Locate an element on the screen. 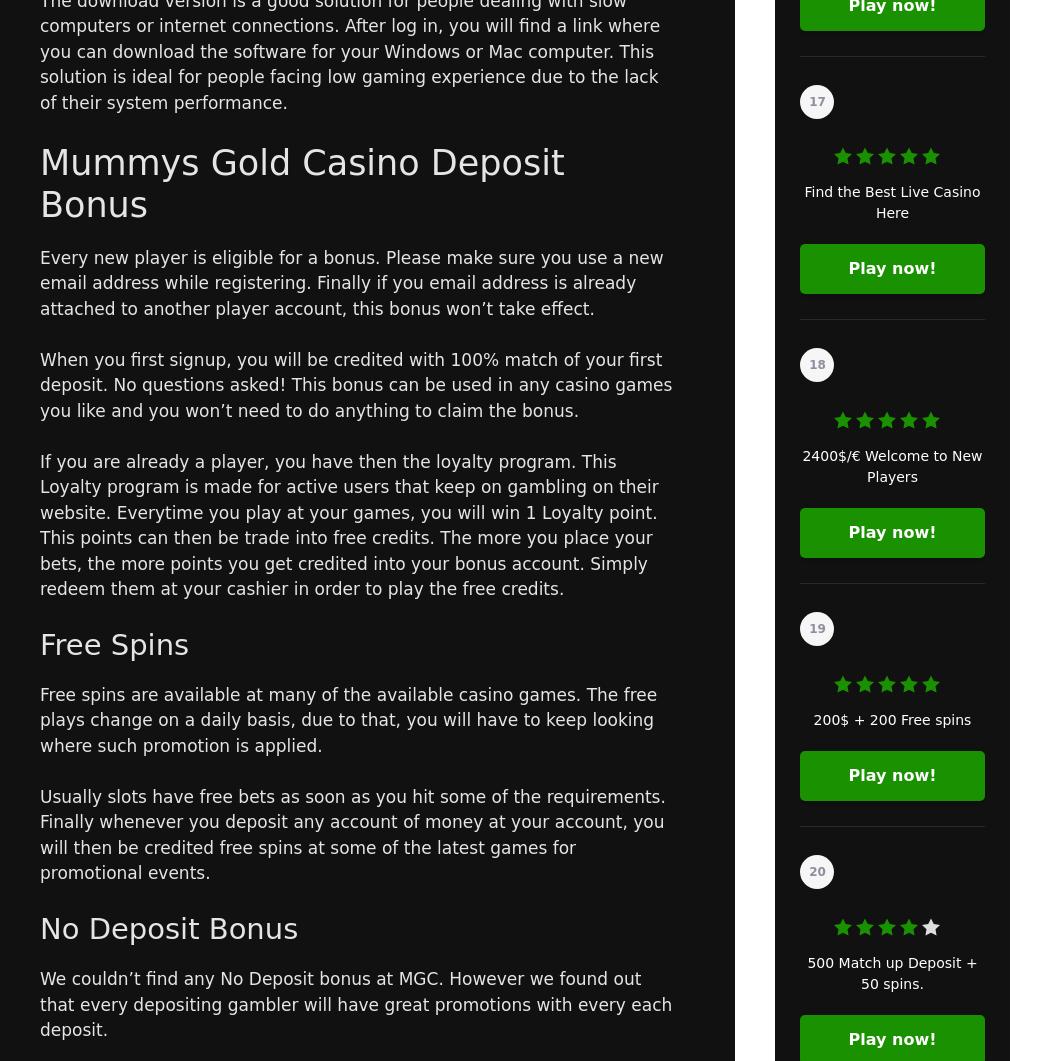 Image resolution: width=1050 pixels, height=1061 pixels. 'Find the Best Live Casino Here' is located at coordinates (802, 201).